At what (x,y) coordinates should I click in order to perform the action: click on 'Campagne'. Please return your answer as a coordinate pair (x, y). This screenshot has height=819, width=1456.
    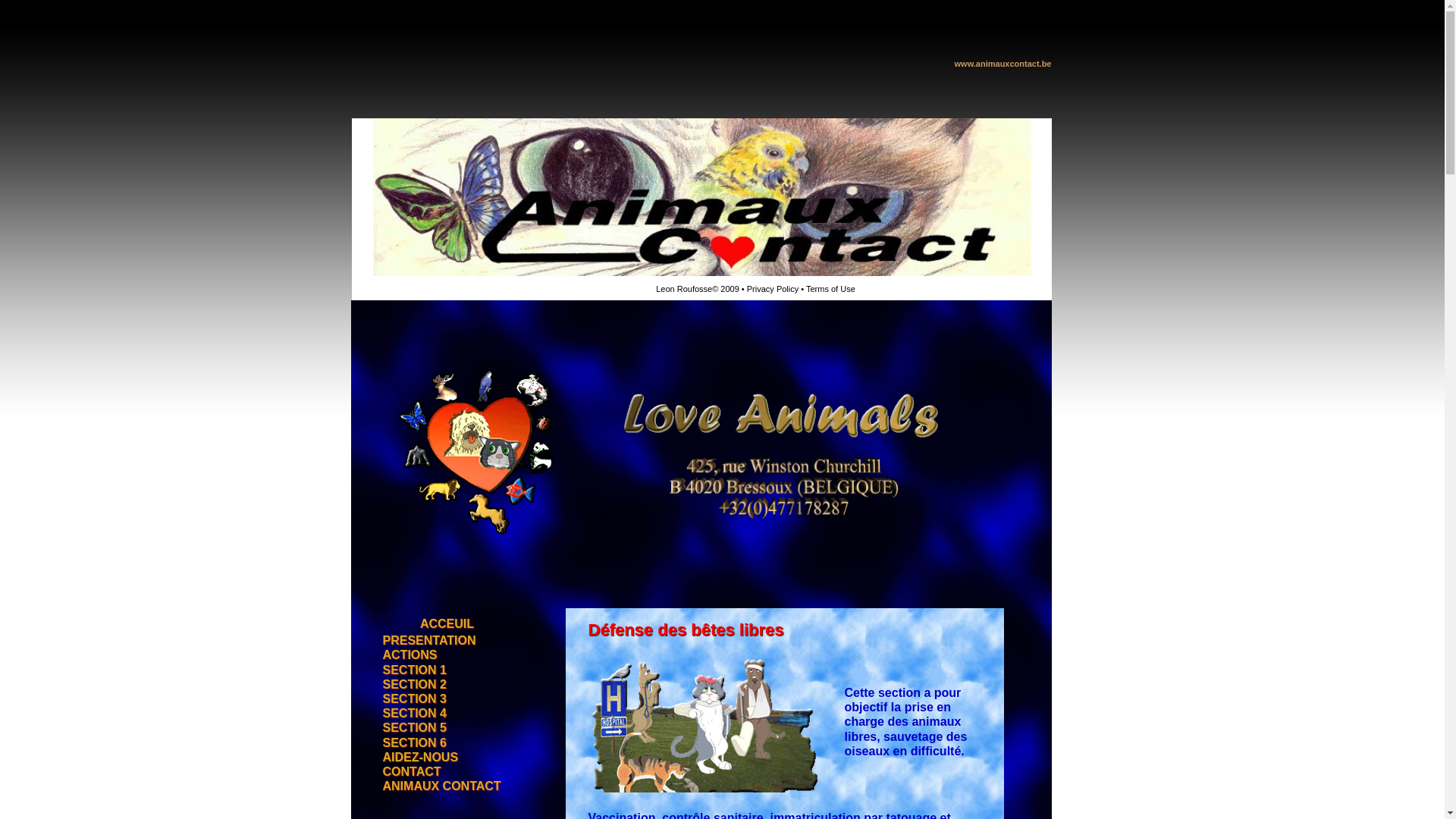
    Looking at the image, I should click on (442, 377).